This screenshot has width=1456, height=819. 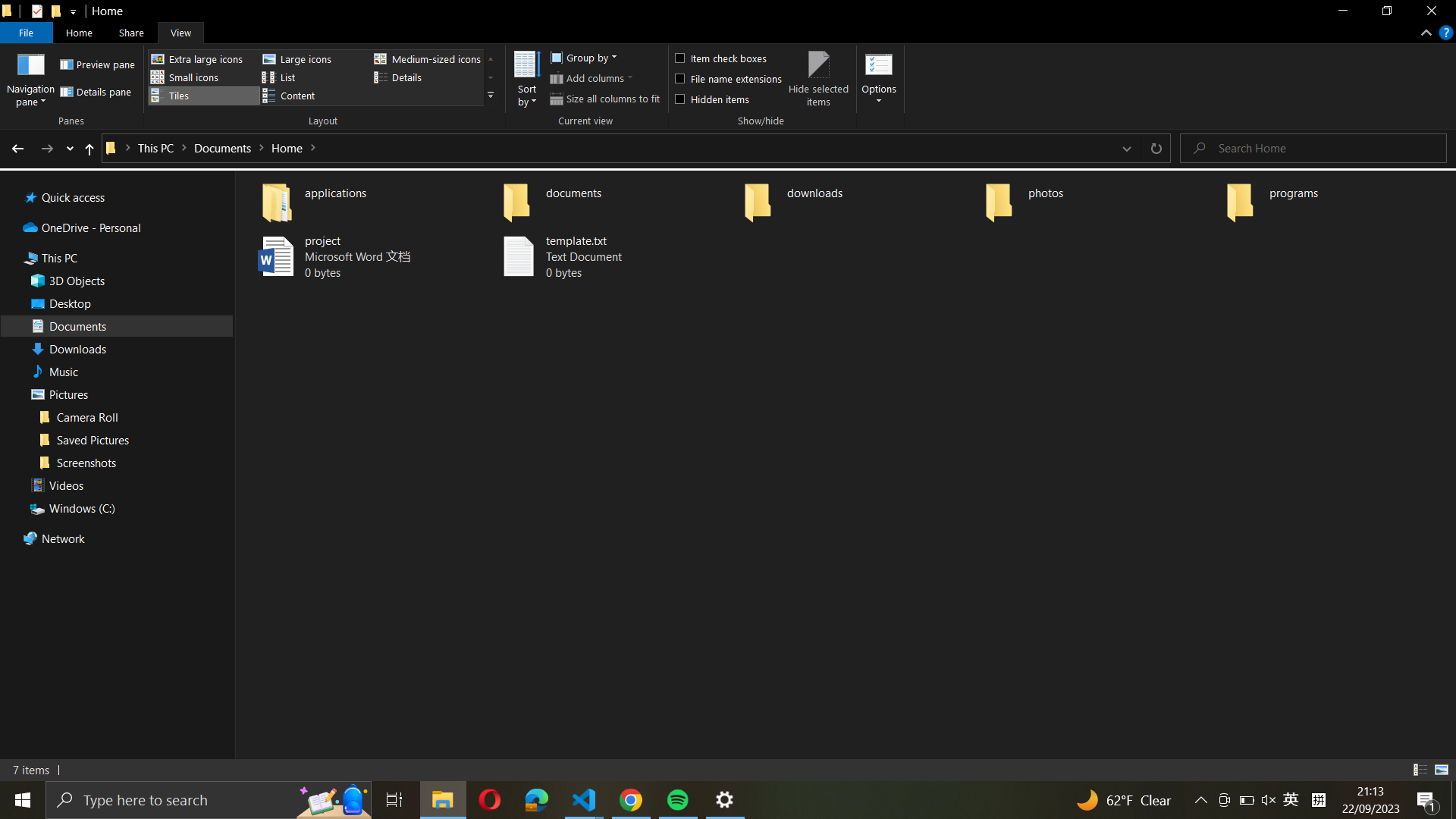 I want to click on the "photos" folder to create and name a new folder as "vacation", so click(x=1099, y=198).